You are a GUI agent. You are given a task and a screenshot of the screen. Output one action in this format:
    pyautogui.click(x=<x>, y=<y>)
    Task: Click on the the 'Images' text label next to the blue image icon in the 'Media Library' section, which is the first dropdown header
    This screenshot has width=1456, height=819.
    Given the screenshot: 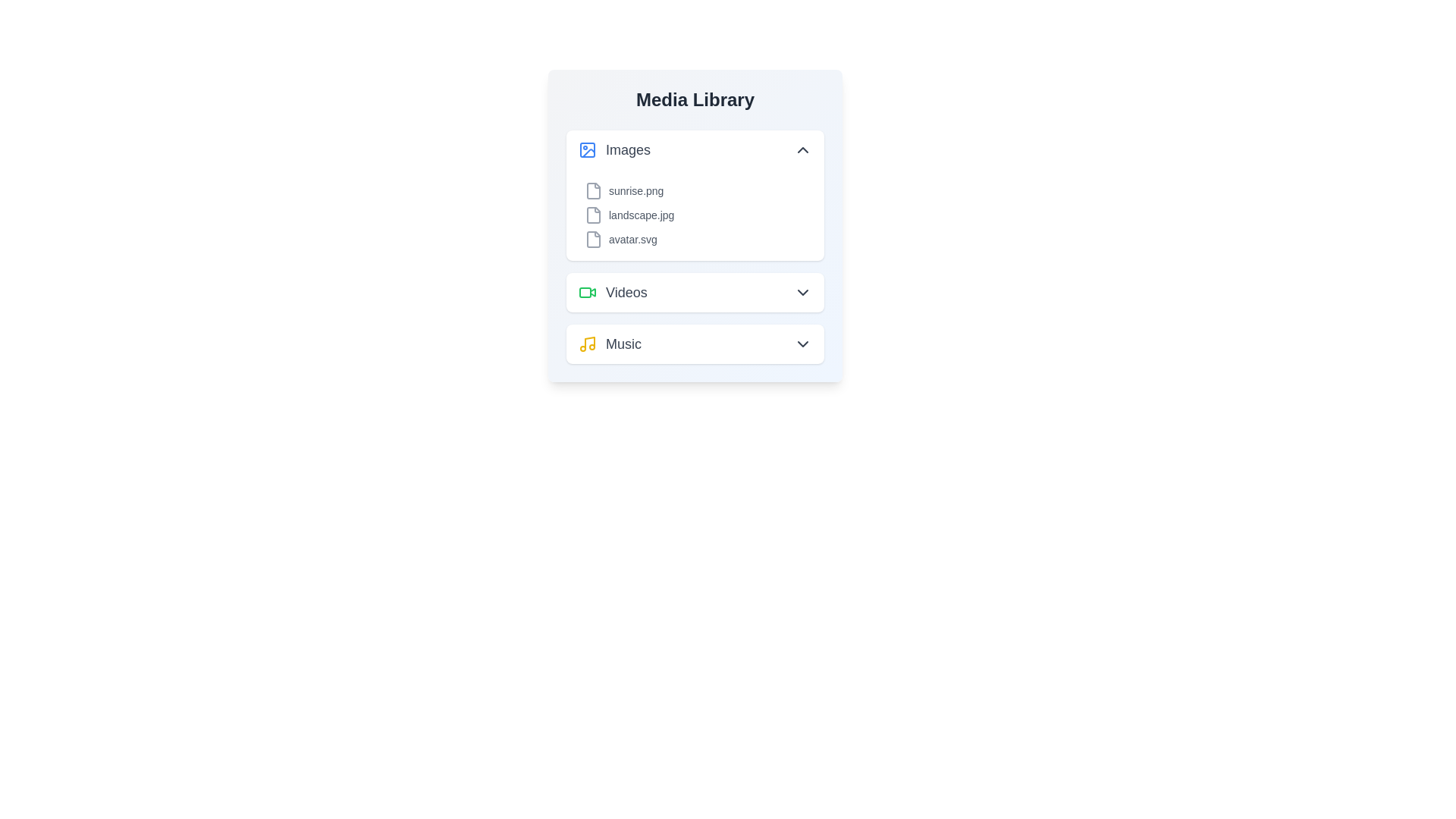 What is the action you would take?
    pyautogui.click(x=628, y=149)
    